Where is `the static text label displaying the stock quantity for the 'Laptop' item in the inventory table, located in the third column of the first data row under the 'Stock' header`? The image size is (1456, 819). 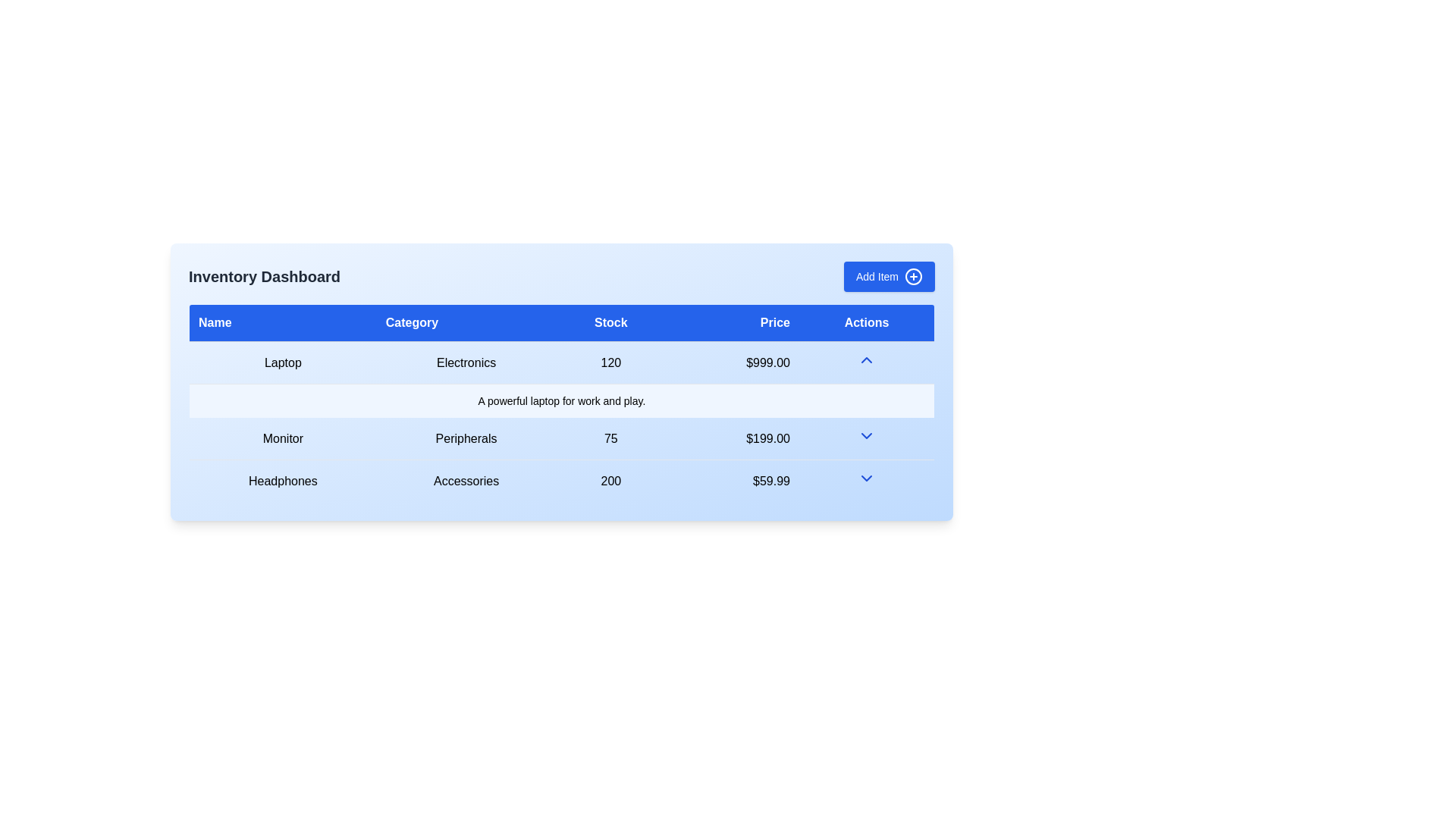 the static text label displaying the stock quantity for the 'Laptop' item in the inventory table, located in the third column of the first data row under the 'Stock' header is located at coordinates (610, 362).